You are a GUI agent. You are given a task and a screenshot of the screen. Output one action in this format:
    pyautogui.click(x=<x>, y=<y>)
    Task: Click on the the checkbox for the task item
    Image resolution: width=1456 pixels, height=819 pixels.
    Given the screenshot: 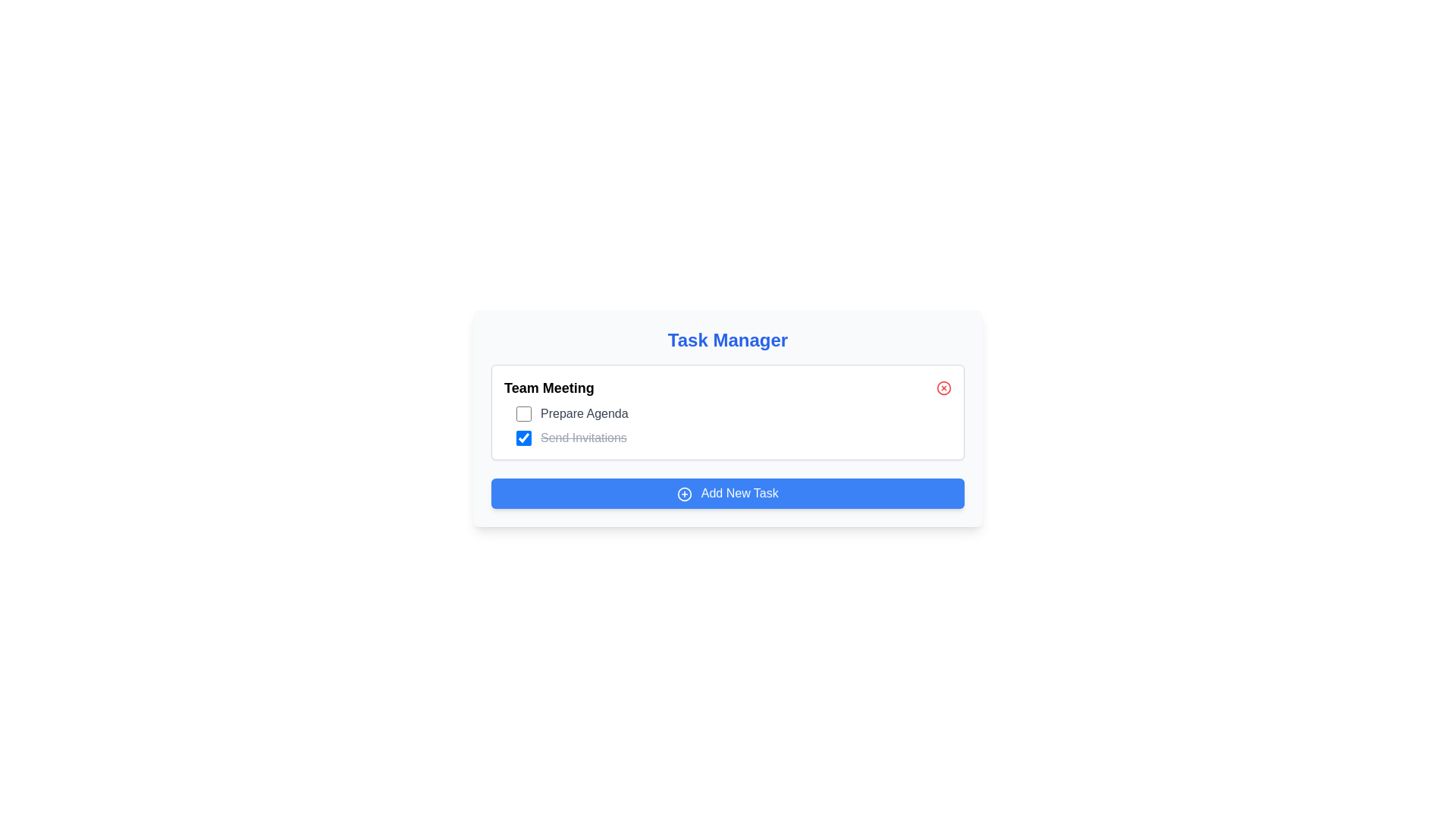 What is the action you would take?
    pyautogui.click(x=734, y=414)
    